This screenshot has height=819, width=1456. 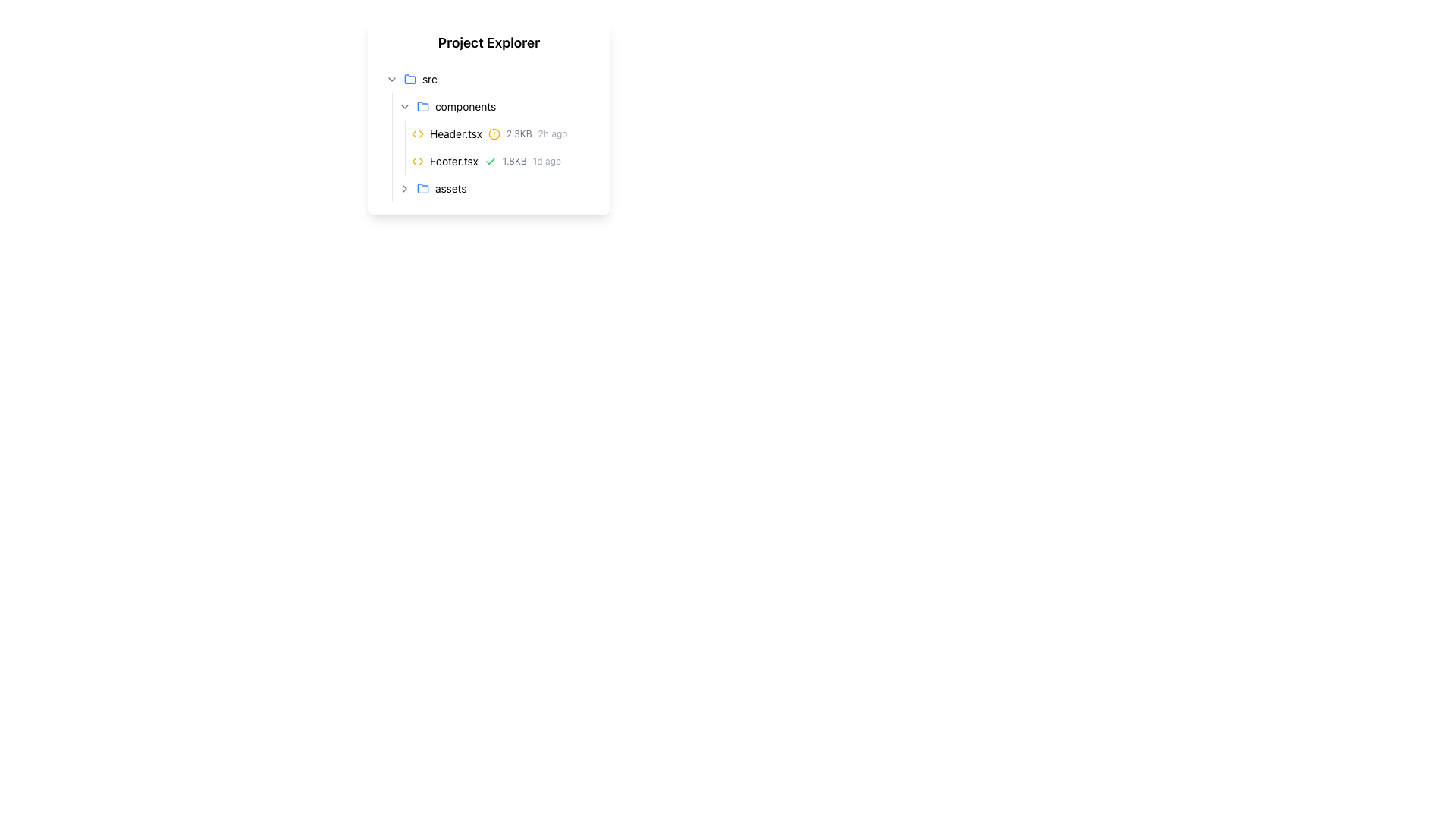 I want to click on the 'assets' folder item, so click(x=495, y=188).